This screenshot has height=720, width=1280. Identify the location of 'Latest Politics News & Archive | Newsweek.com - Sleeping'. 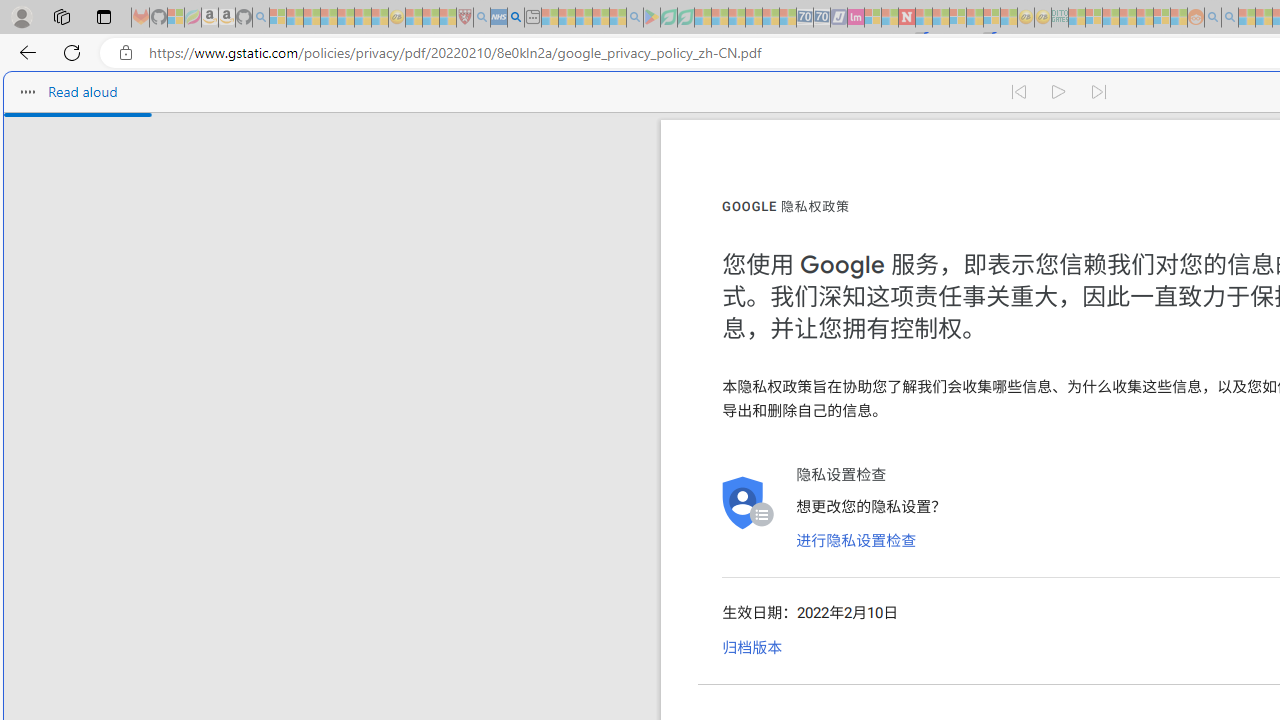
(905, 17).